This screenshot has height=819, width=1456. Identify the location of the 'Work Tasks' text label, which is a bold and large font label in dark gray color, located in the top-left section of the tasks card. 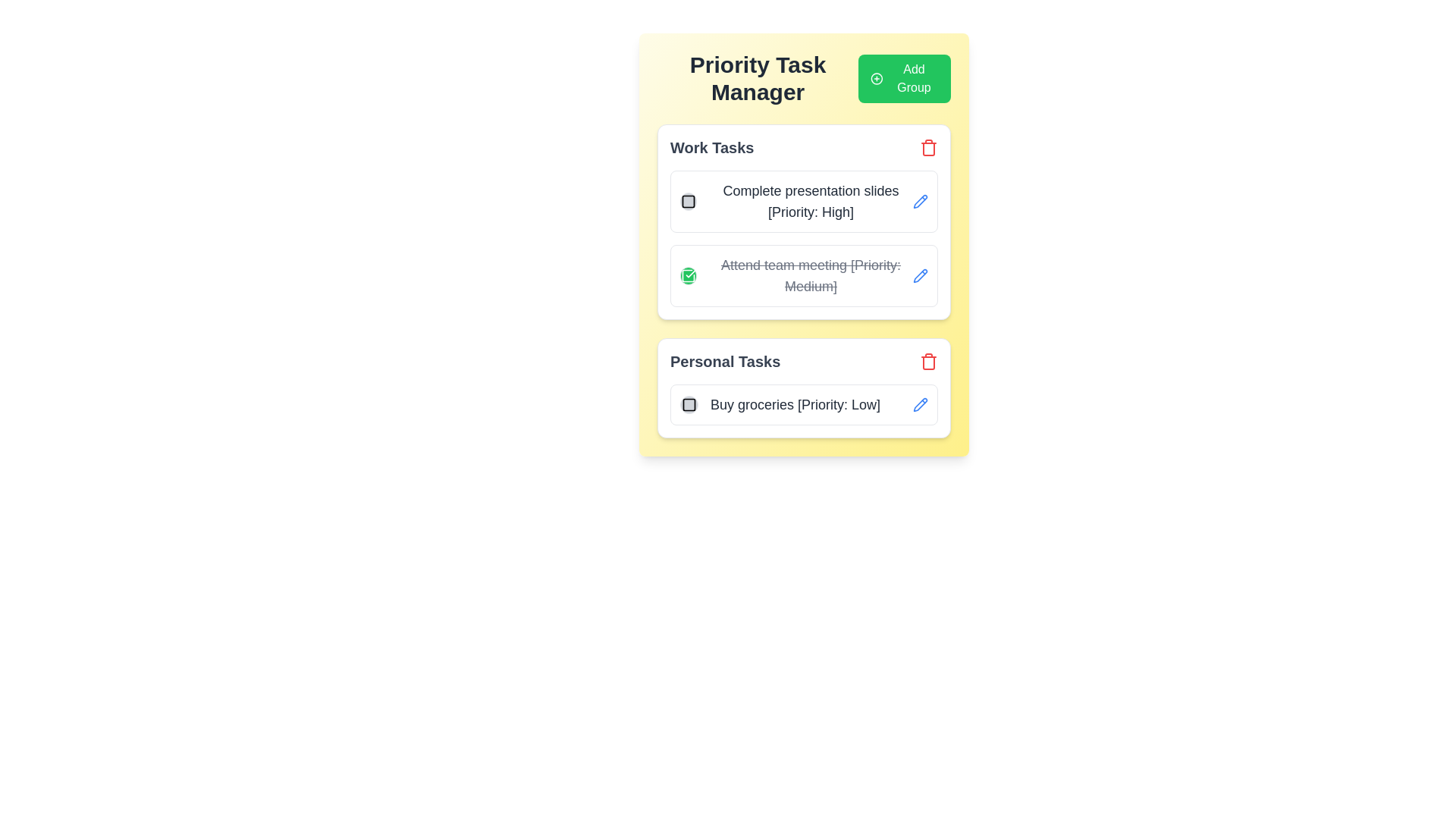
(711, 148).